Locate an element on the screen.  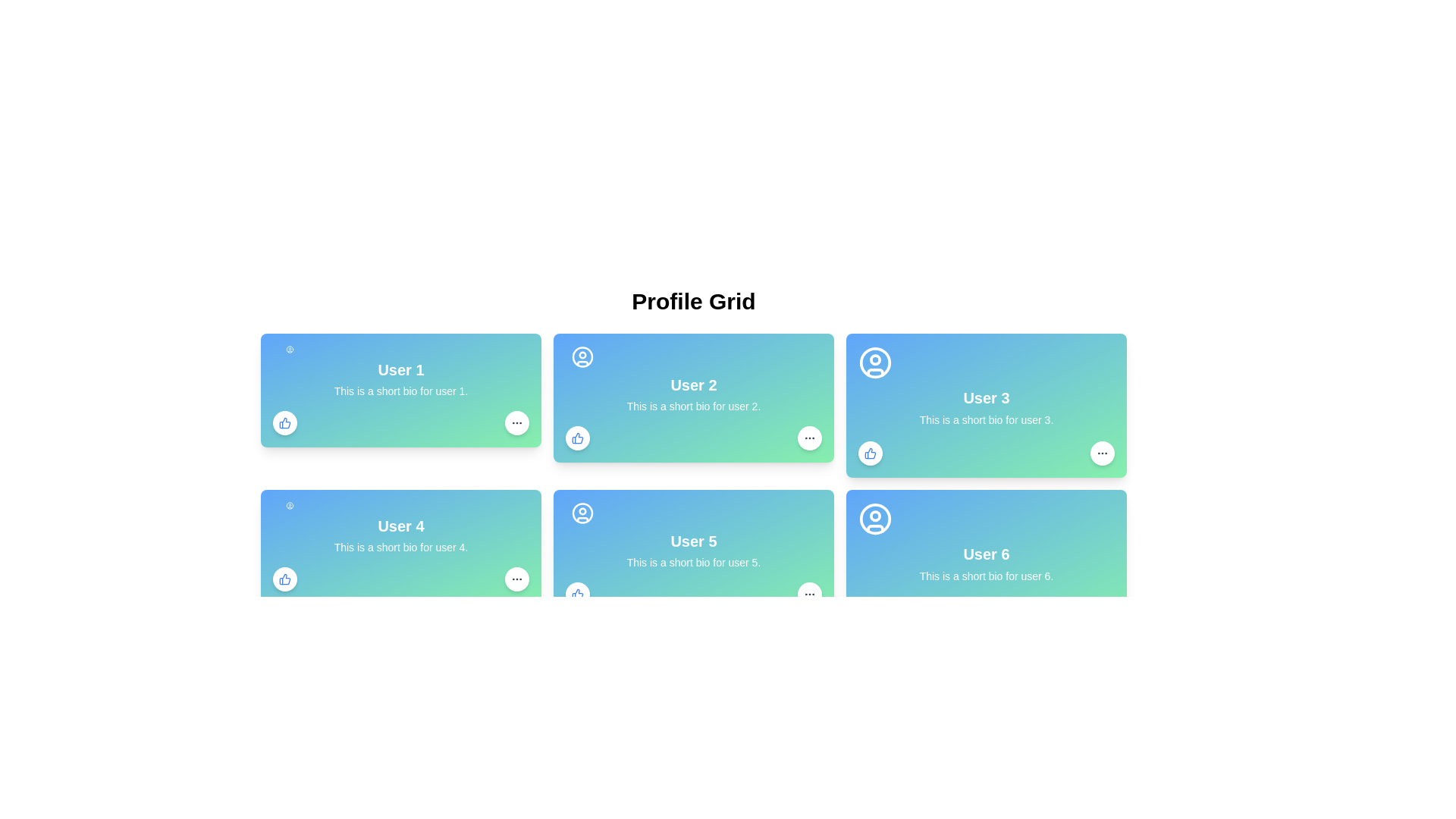
the circular user icon for 'User 6', which features two concentric circles and a rectangular base with a white stroke on a gradient blue-green background, located at the top left of the profile card is located at coordinates (875, 518).